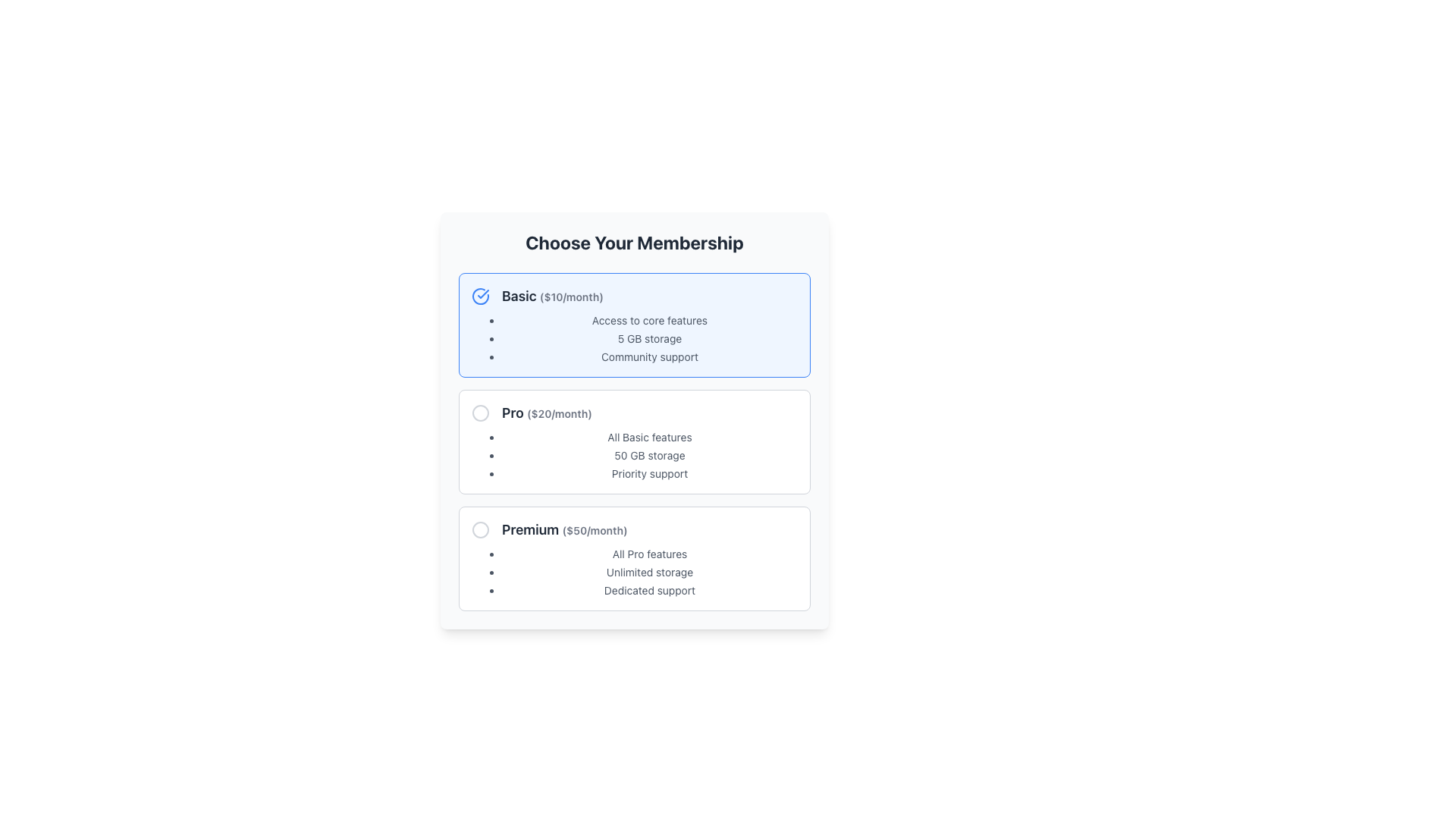  Describe the element at coordinates (650, 554) in the screenshot. I see `the informational text indicating a feature of the Premium membership option, which is the first item in a vertical bullet list located beside a bullet point below the 'Premium ($50/month)' title` at that location.